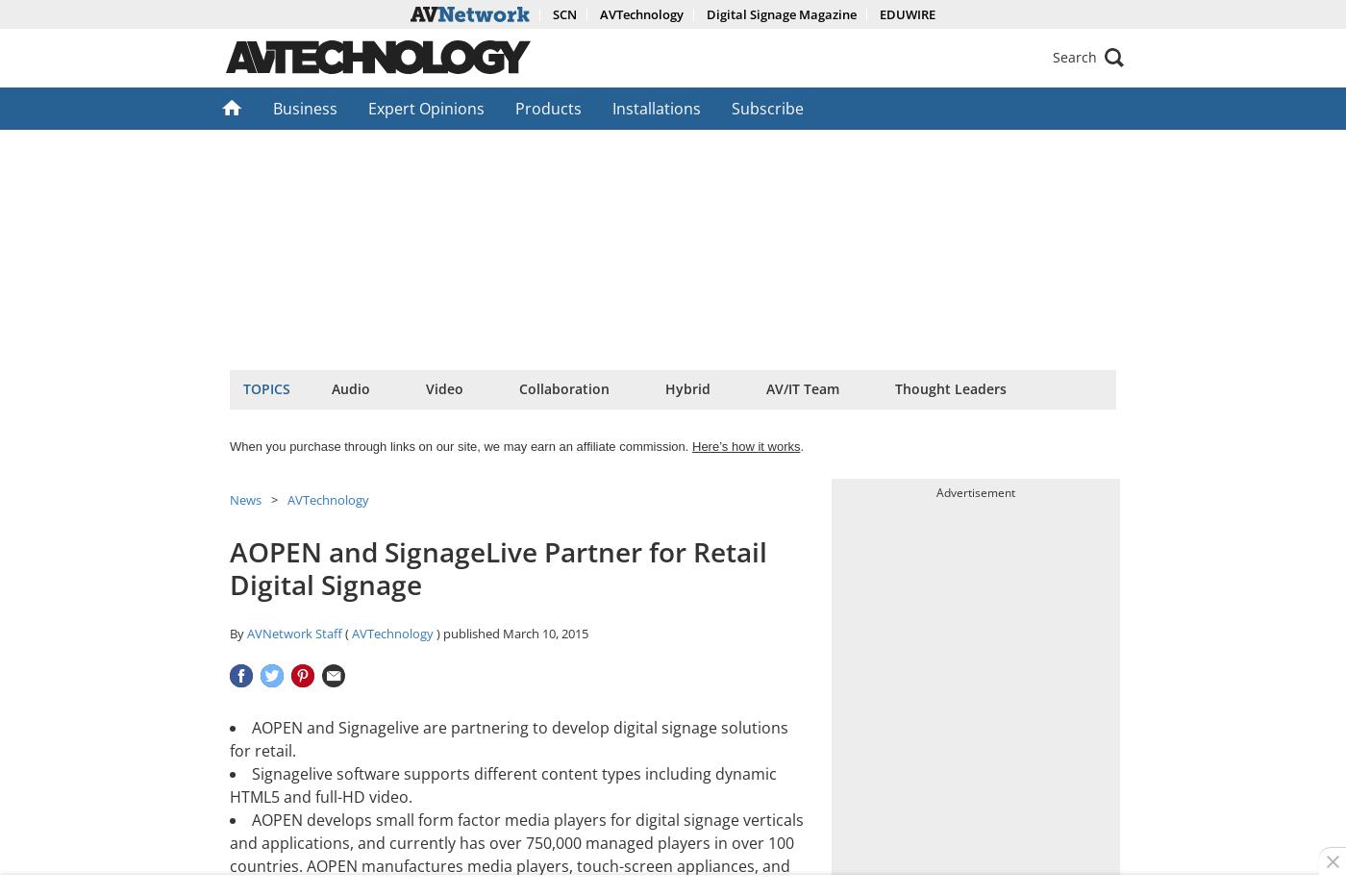 The width and height of the screenshot is (1346, 896). Describe the element at coordinates (498, 566) in the screenshot. I see `'AOPEN and SignageLive Partner for Retail Digital Signage'` at that location.